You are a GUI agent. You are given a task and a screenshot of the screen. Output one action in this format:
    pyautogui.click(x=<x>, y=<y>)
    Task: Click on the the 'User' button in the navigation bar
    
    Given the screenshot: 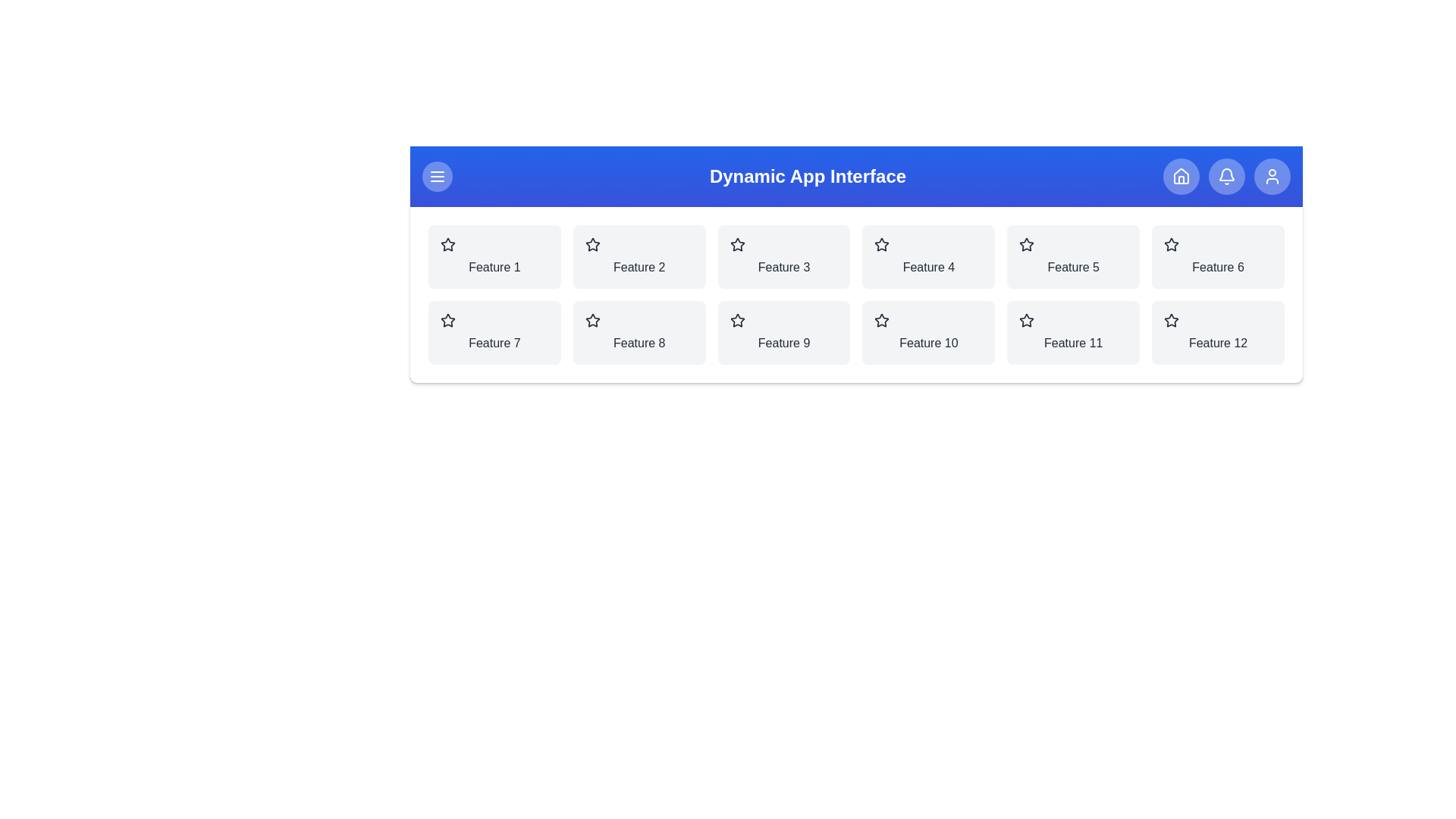 What is the action you would take?
    pyautogui.click(x=1272, y=175)
    